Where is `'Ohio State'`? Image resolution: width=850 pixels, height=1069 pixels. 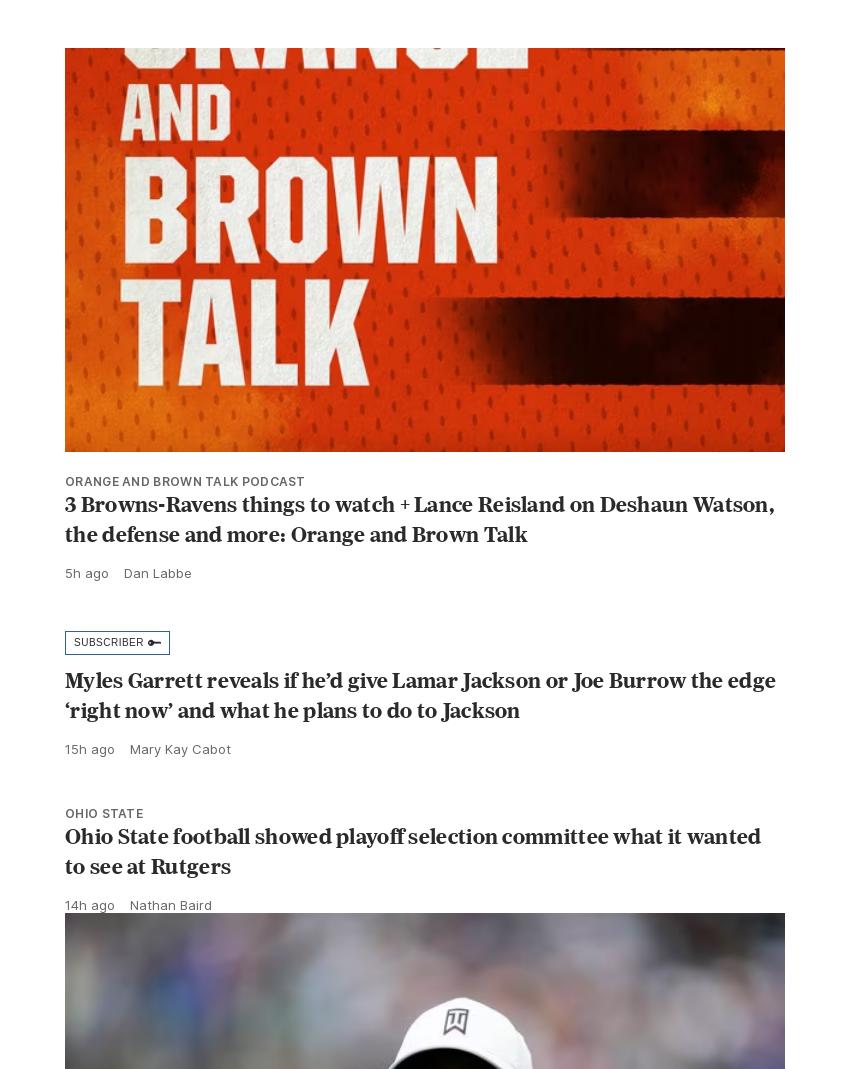 'Ohio State' is located at coordinates (65, 856).